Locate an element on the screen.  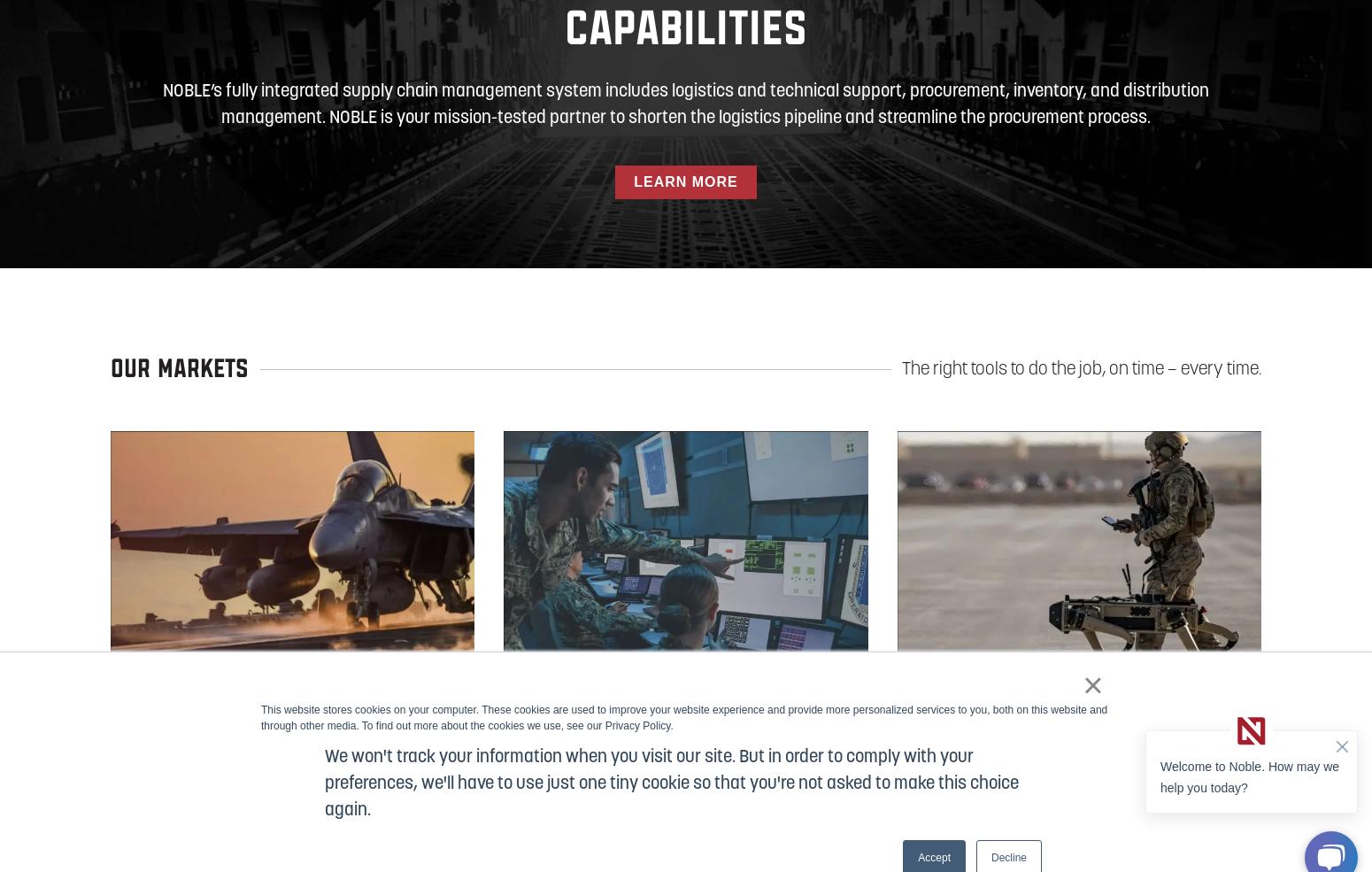
'Accept' is located at coordinates (933, 858).